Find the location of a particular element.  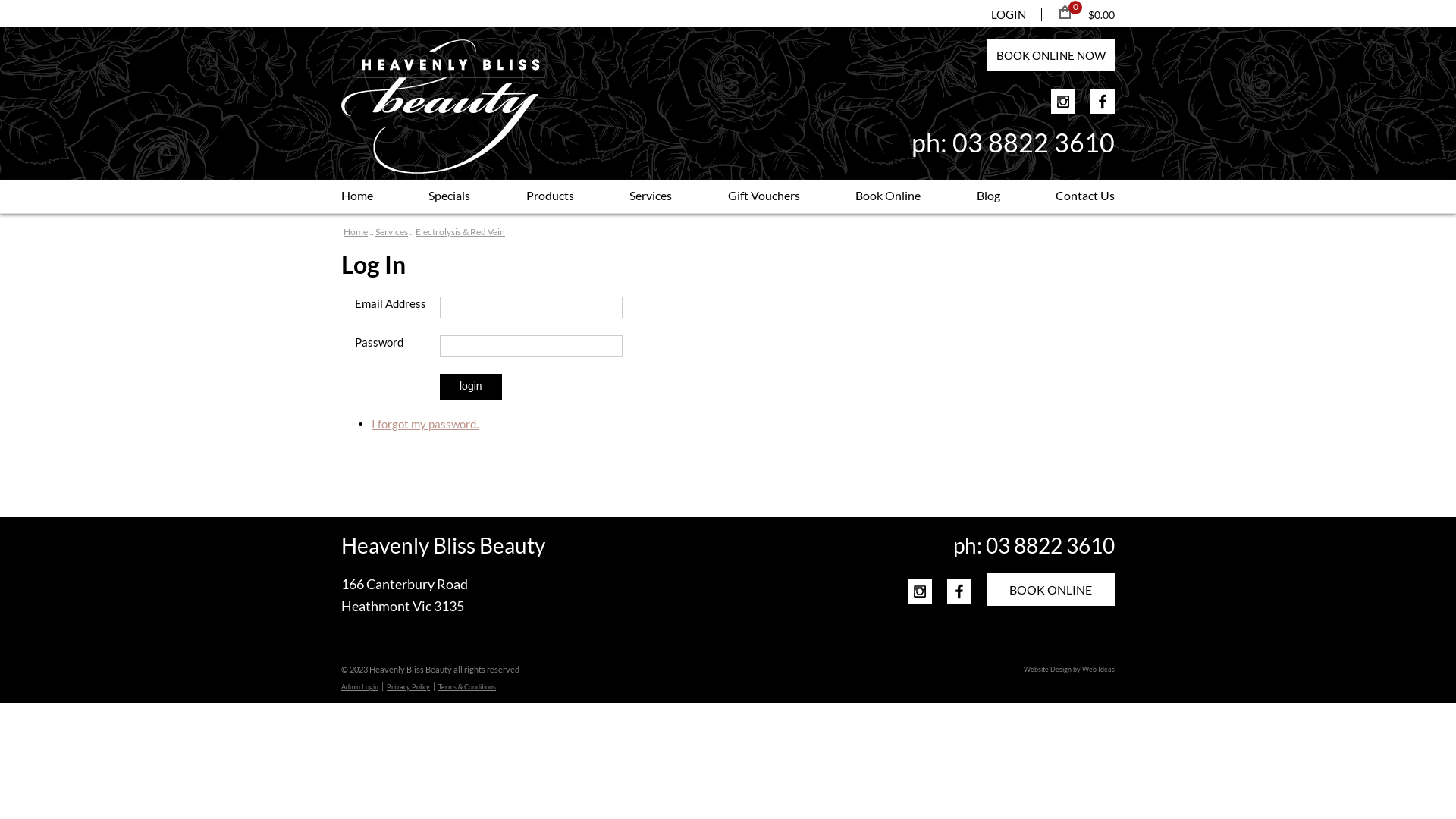

'$0.00' is located at coordinates (1101, 14).